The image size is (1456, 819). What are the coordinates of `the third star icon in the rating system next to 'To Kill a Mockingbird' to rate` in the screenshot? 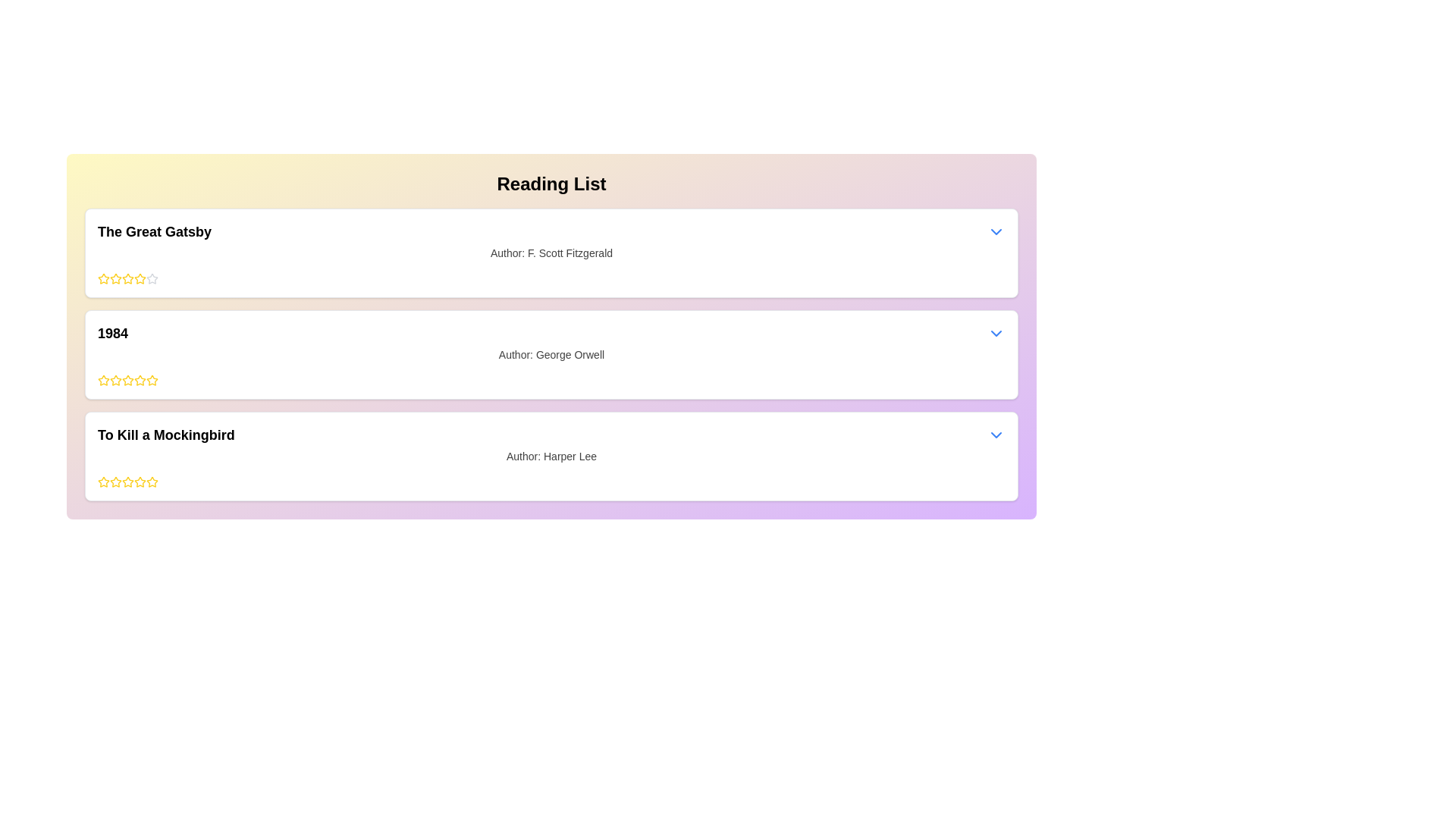 It's located at (127, 482).